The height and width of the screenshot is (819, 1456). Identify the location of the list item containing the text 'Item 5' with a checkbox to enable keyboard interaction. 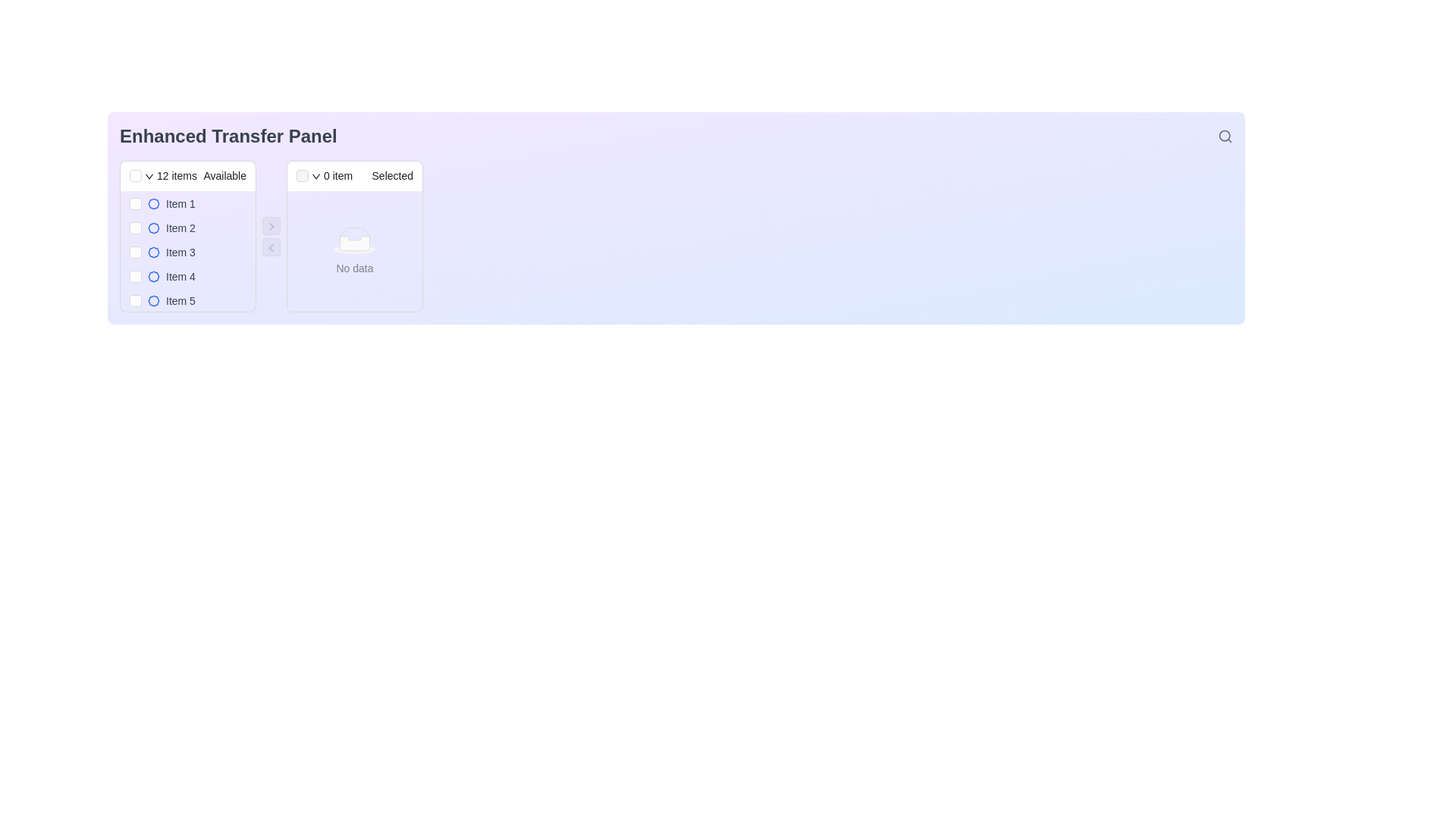
(187, 301).